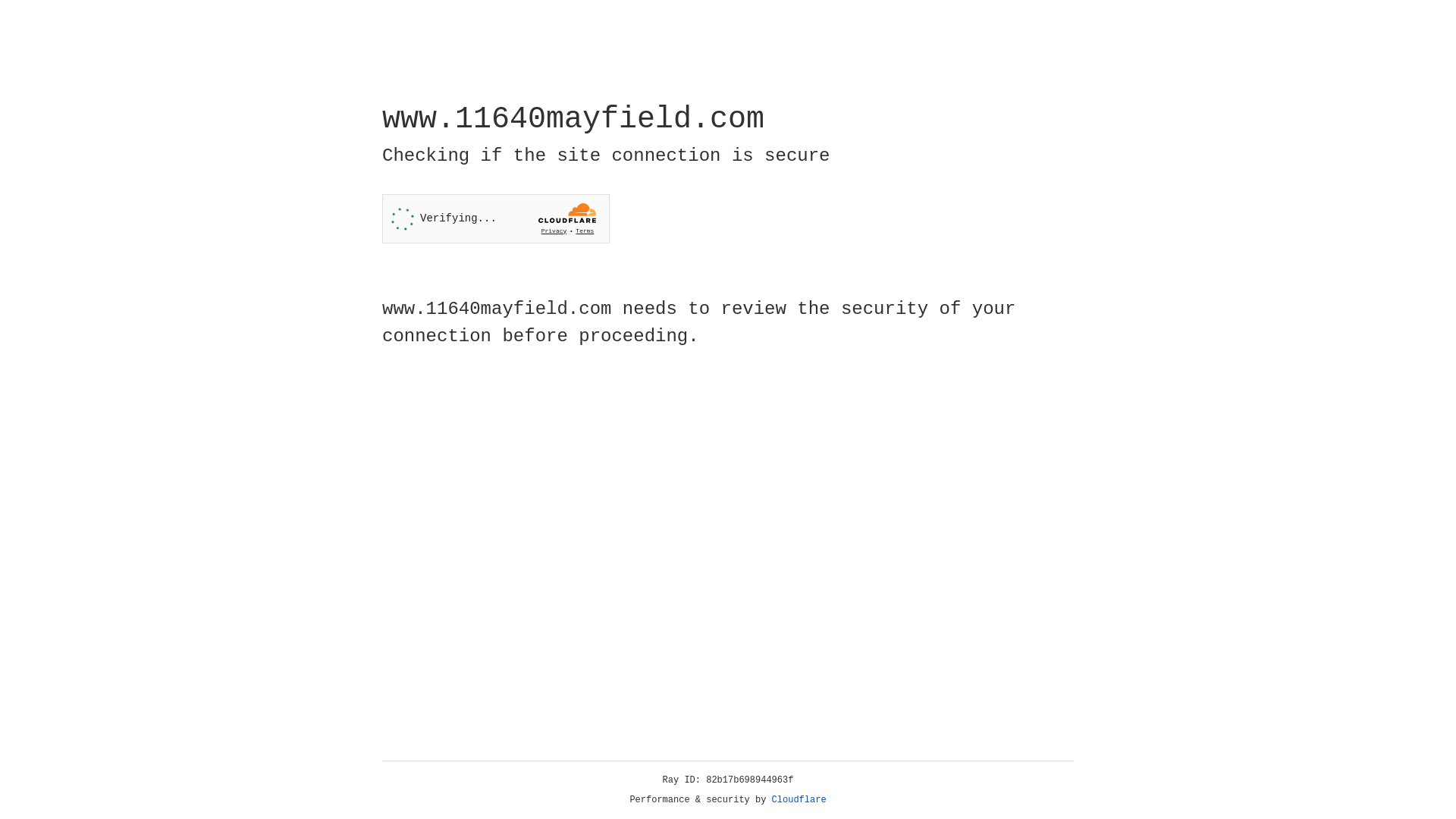 The image size is (1456, 819). What do you see at coordinates (799, 799) in the screenshot?
I see `'Cloudflare'` at bounding box center [799, 799].